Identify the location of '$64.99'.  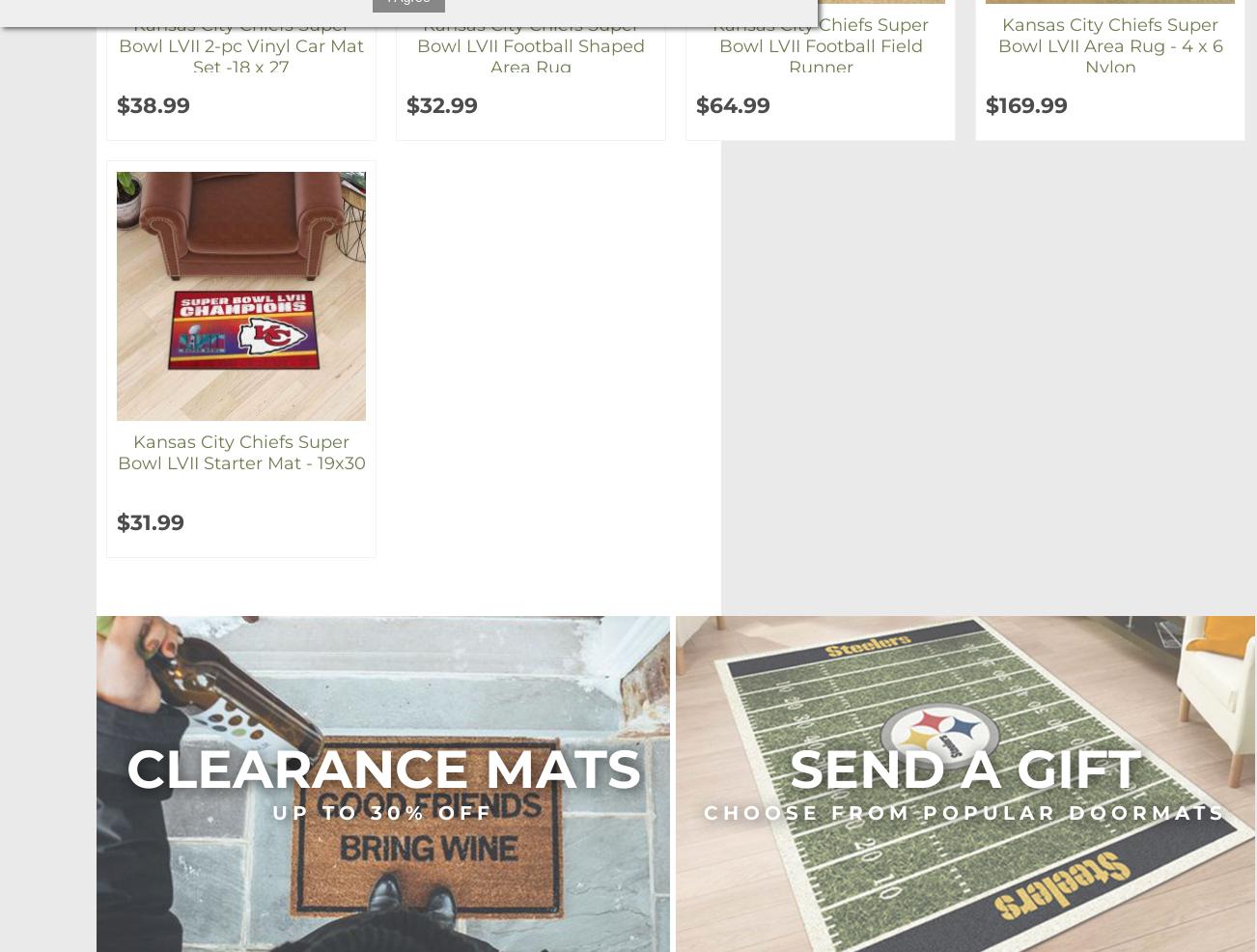
(732, 105).